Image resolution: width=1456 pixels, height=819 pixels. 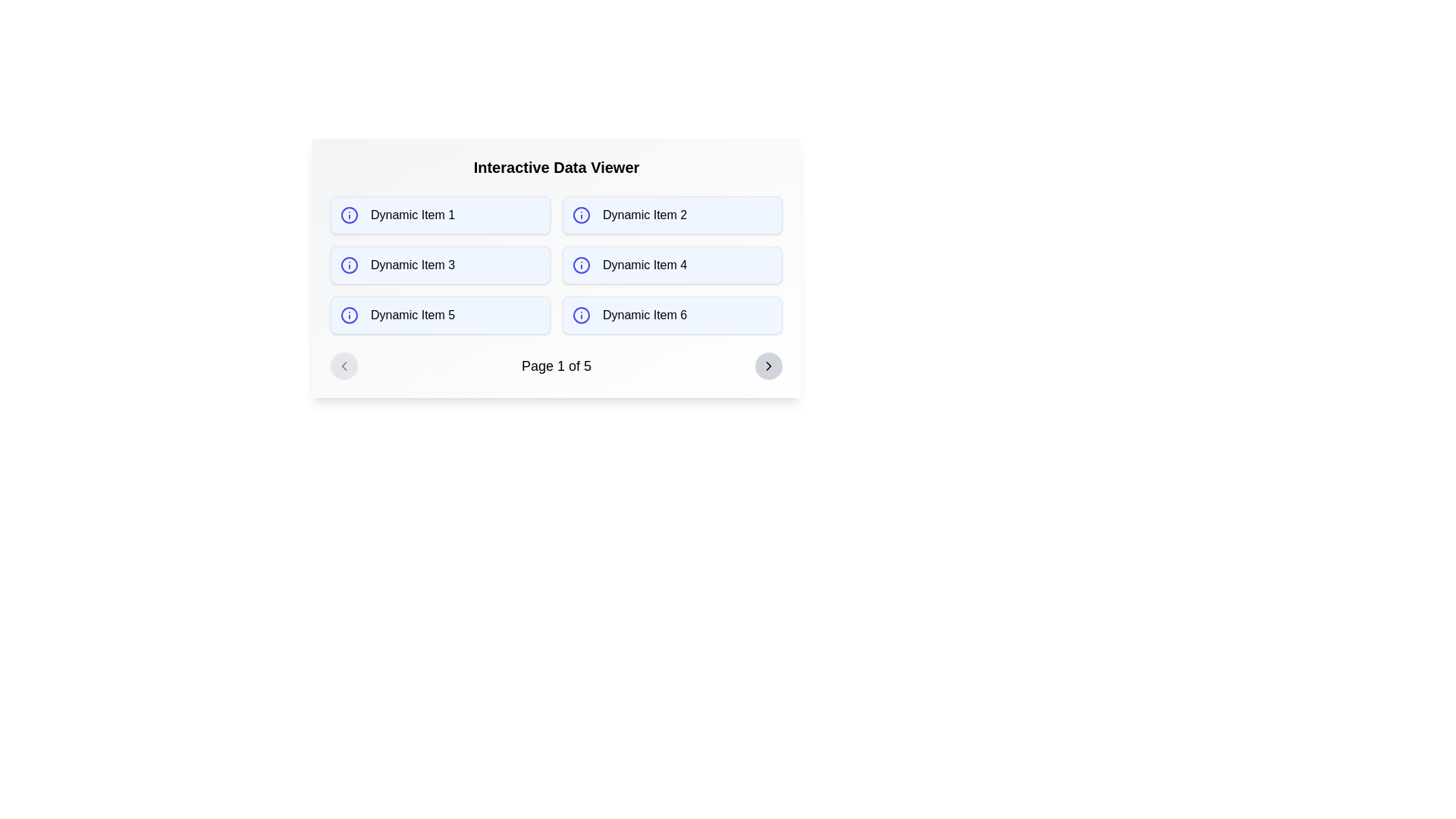 I want to click on the right-pointing chevron icon, which is a minimalistic SVG graphic indicating navigation or continuation, so click(x=768, y=366).